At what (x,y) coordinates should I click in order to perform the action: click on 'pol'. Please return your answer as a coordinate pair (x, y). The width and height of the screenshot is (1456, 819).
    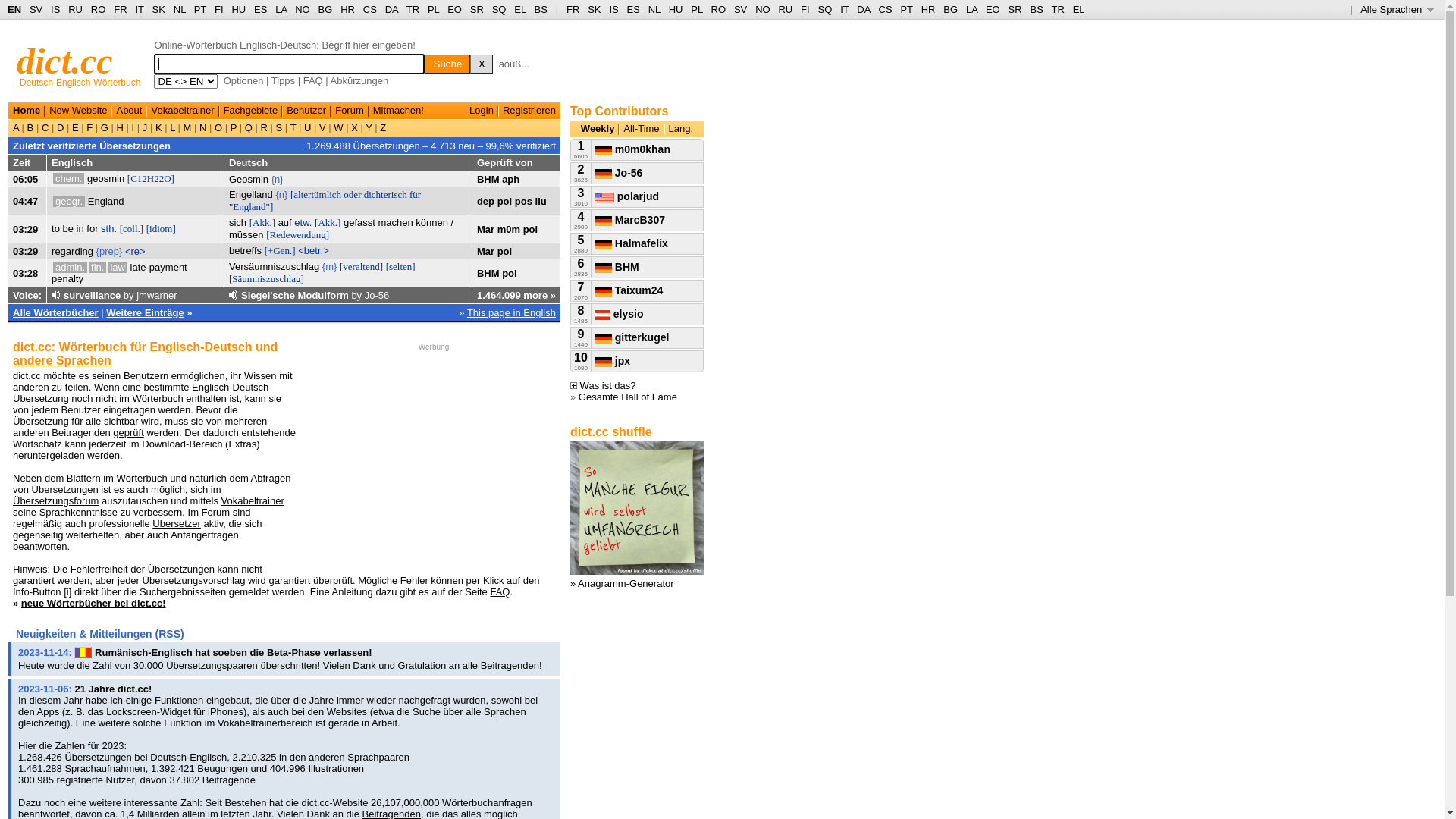
    Looking at the image, I should click on (505, 200).